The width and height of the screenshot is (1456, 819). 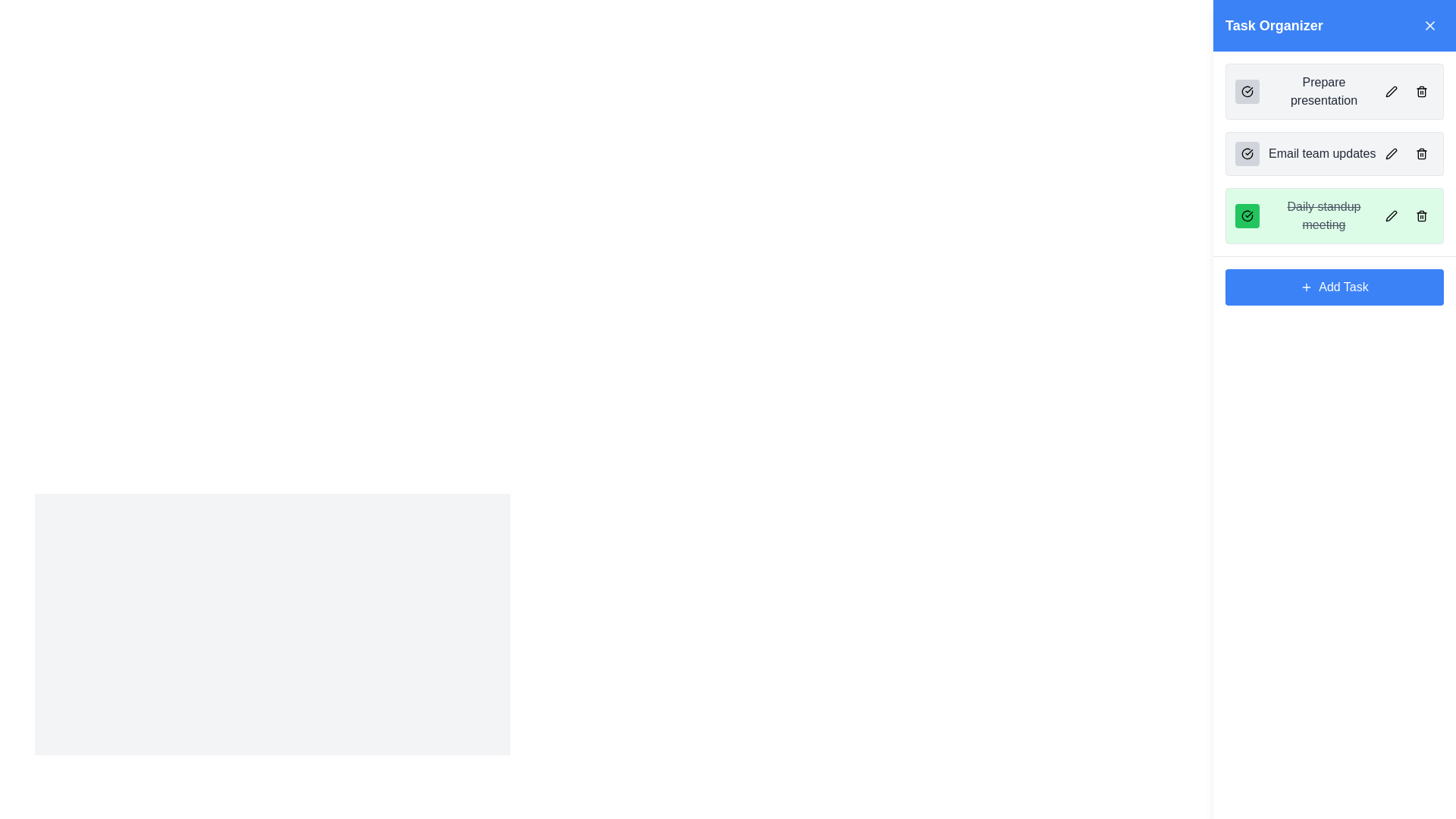 What do you see at coordinates (1429, 26) in the screenshot?
I see `the small blue button with a white 'X' icon in the top-right corner of the 'Task Organizer' panel` at bounding box center [1429, 26].